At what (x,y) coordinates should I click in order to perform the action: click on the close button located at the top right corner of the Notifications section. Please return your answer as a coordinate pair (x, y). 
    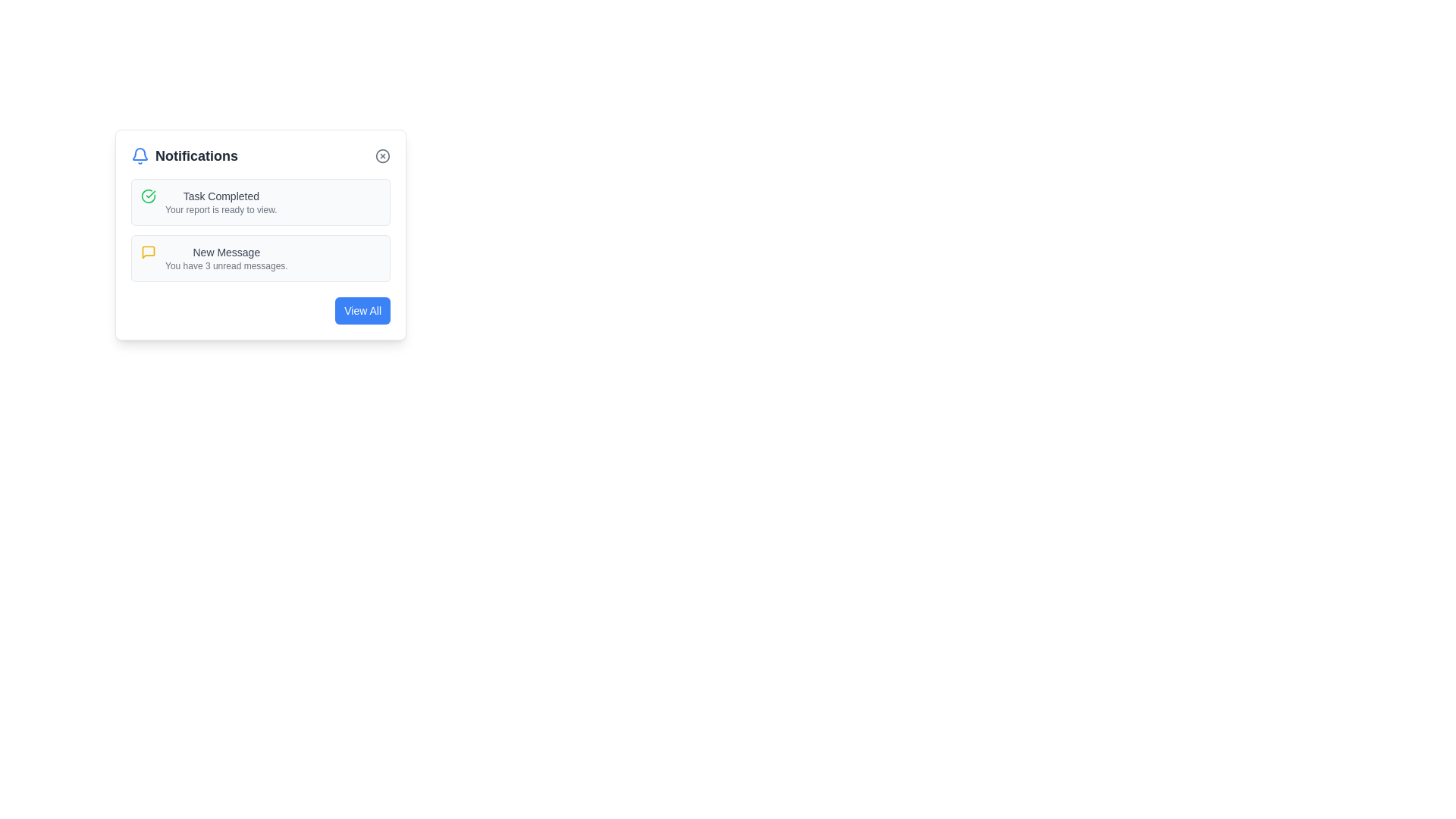
    Looking at the image, I should click on (382, 155).